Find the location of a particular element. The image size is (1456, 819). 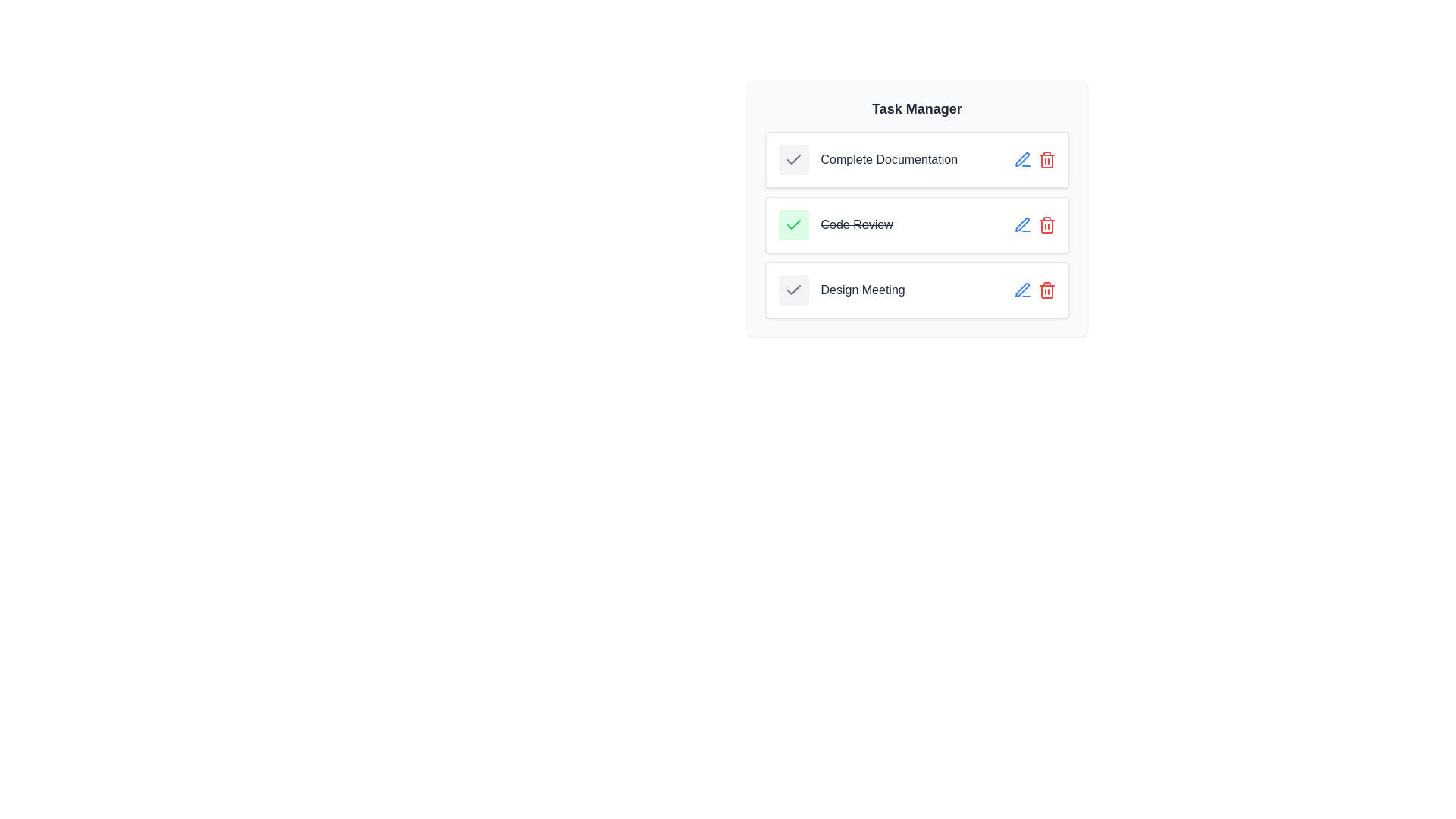

the red trash can icon located at the far right of the 'Design Meeting' task row is located at coordinates (1046, 290).